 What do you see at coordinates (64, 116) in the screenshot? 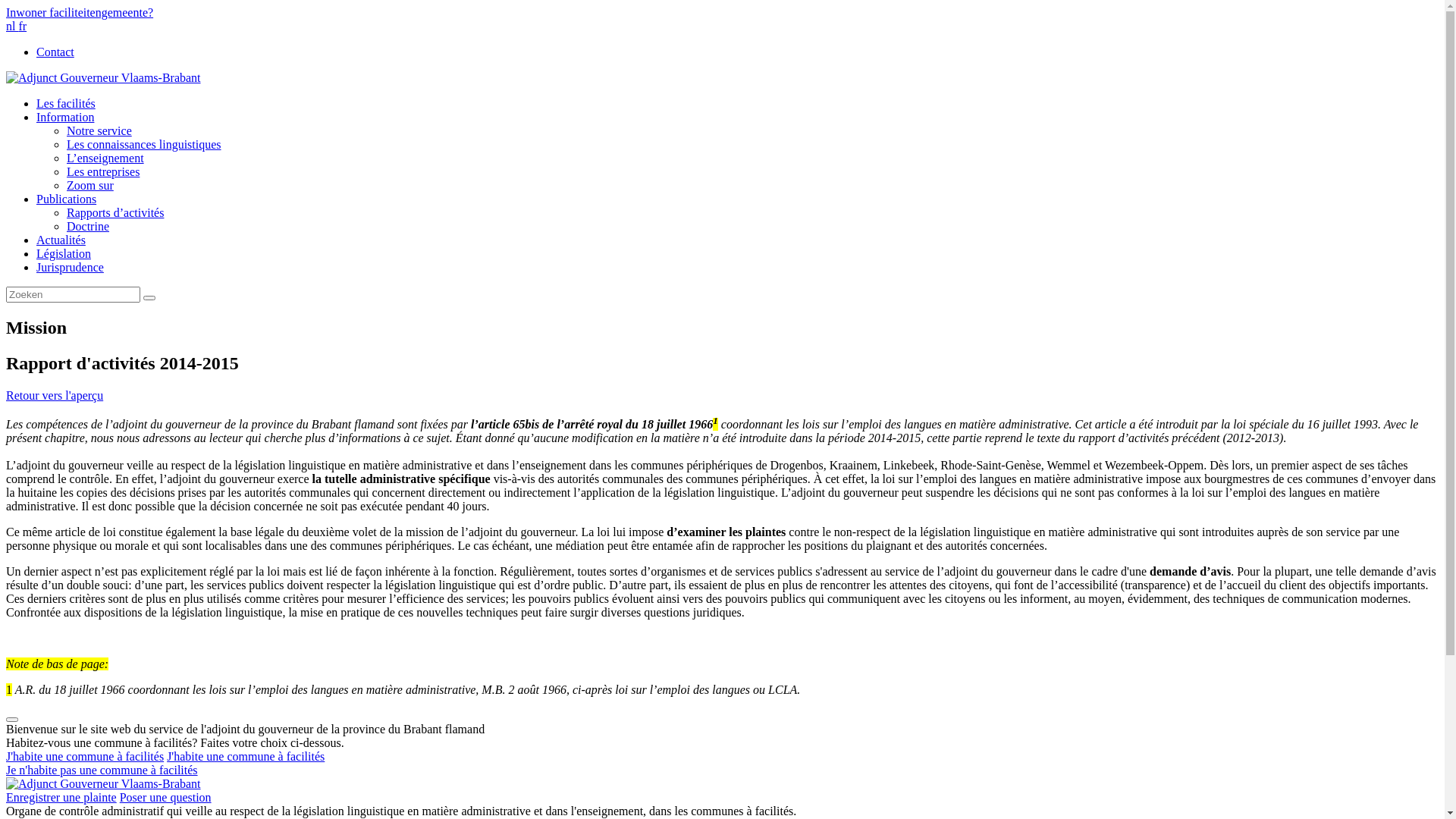
I see `'Information'` at bounding box center [64, 116].